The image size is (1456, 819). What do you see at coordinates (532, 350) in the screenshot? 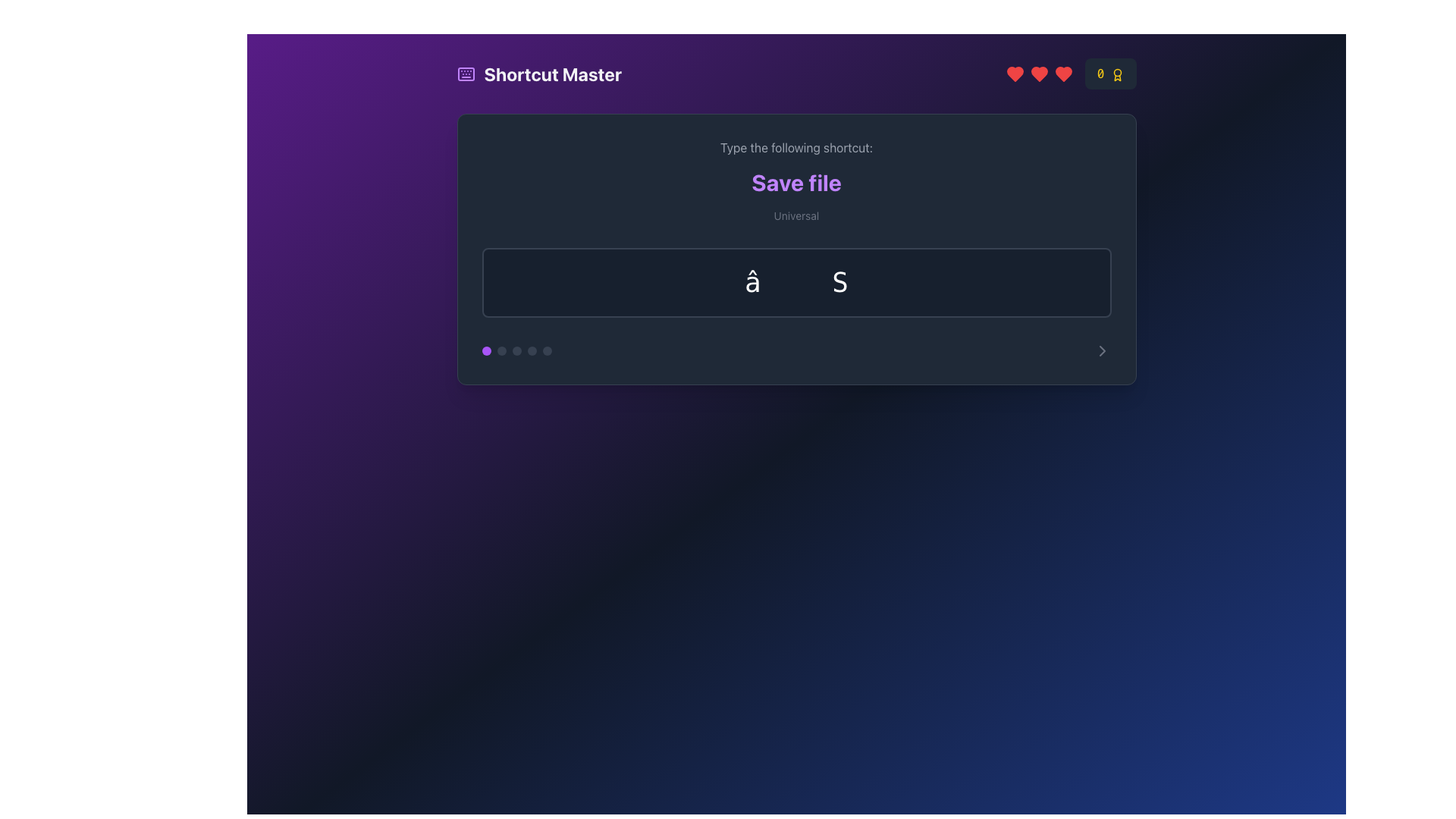
I see `the fourth circular pagination indicator located in the bottom section of the modal-like interface` at bounding box center [532, 350].